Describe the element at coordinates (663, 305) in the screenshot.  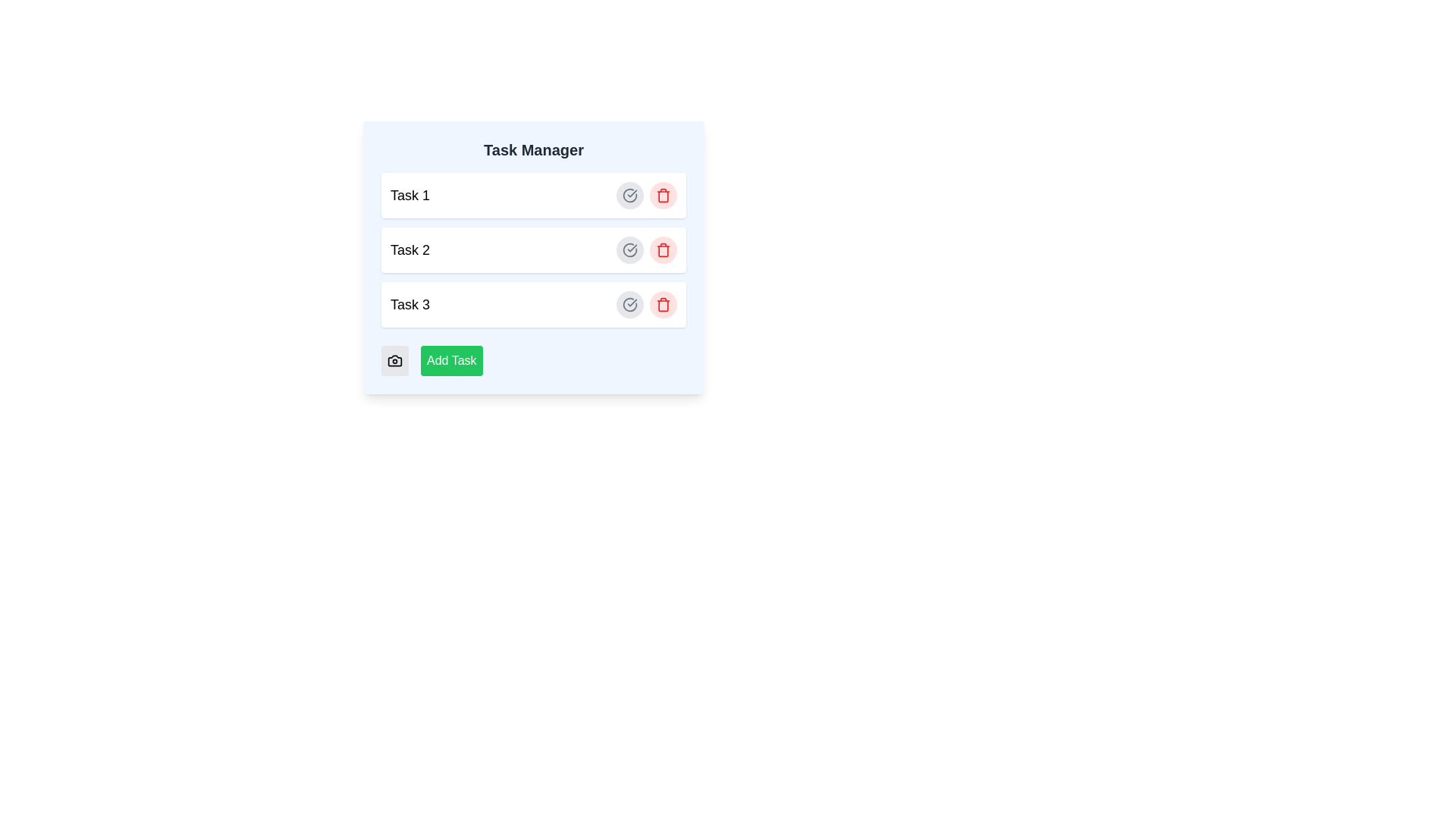
I see `the trash bin icon in the task management interface` at that location.